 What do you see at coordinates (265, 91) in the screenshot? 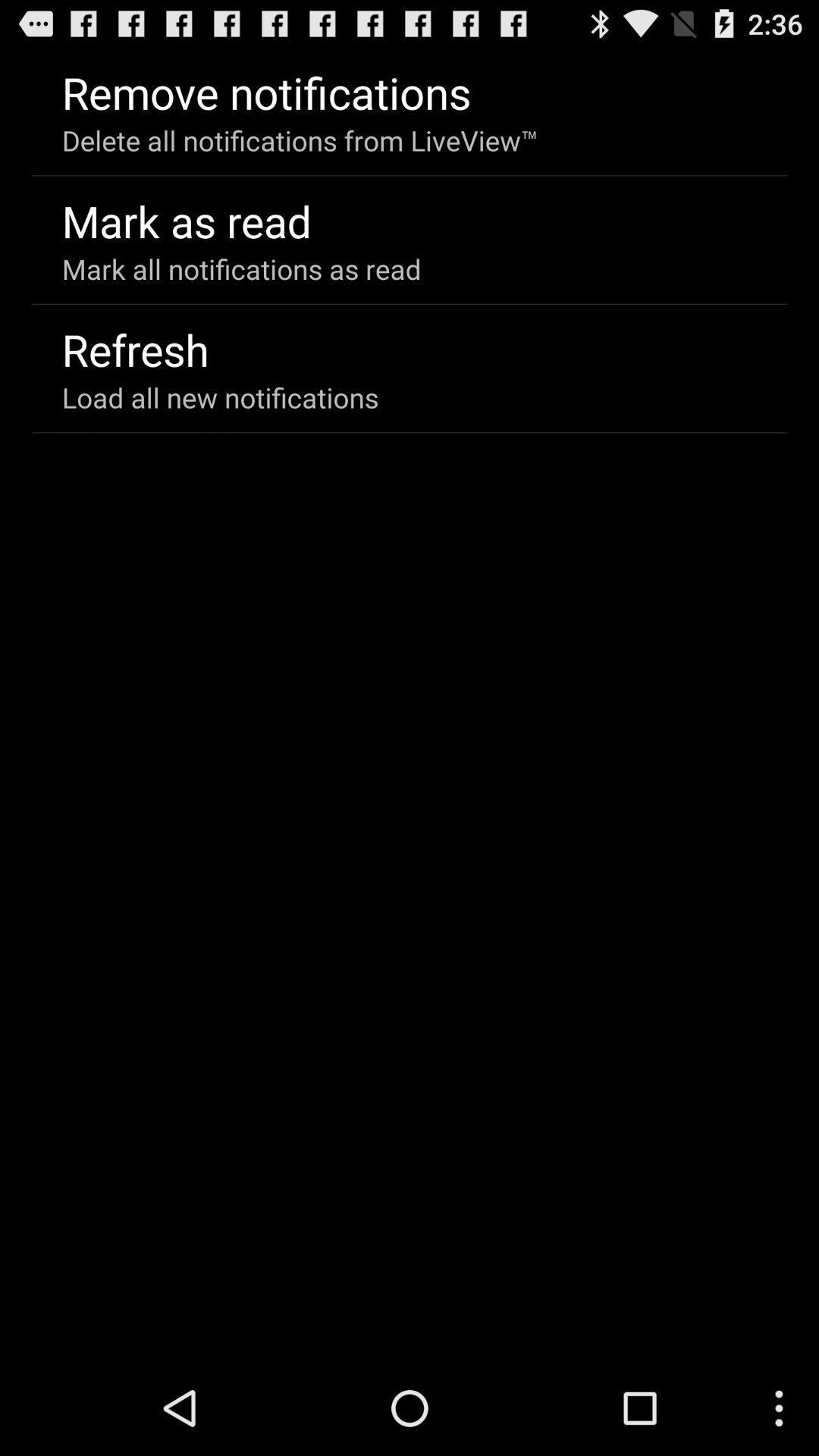
I see `the remove notifications item` at bounding box center [265, 91].